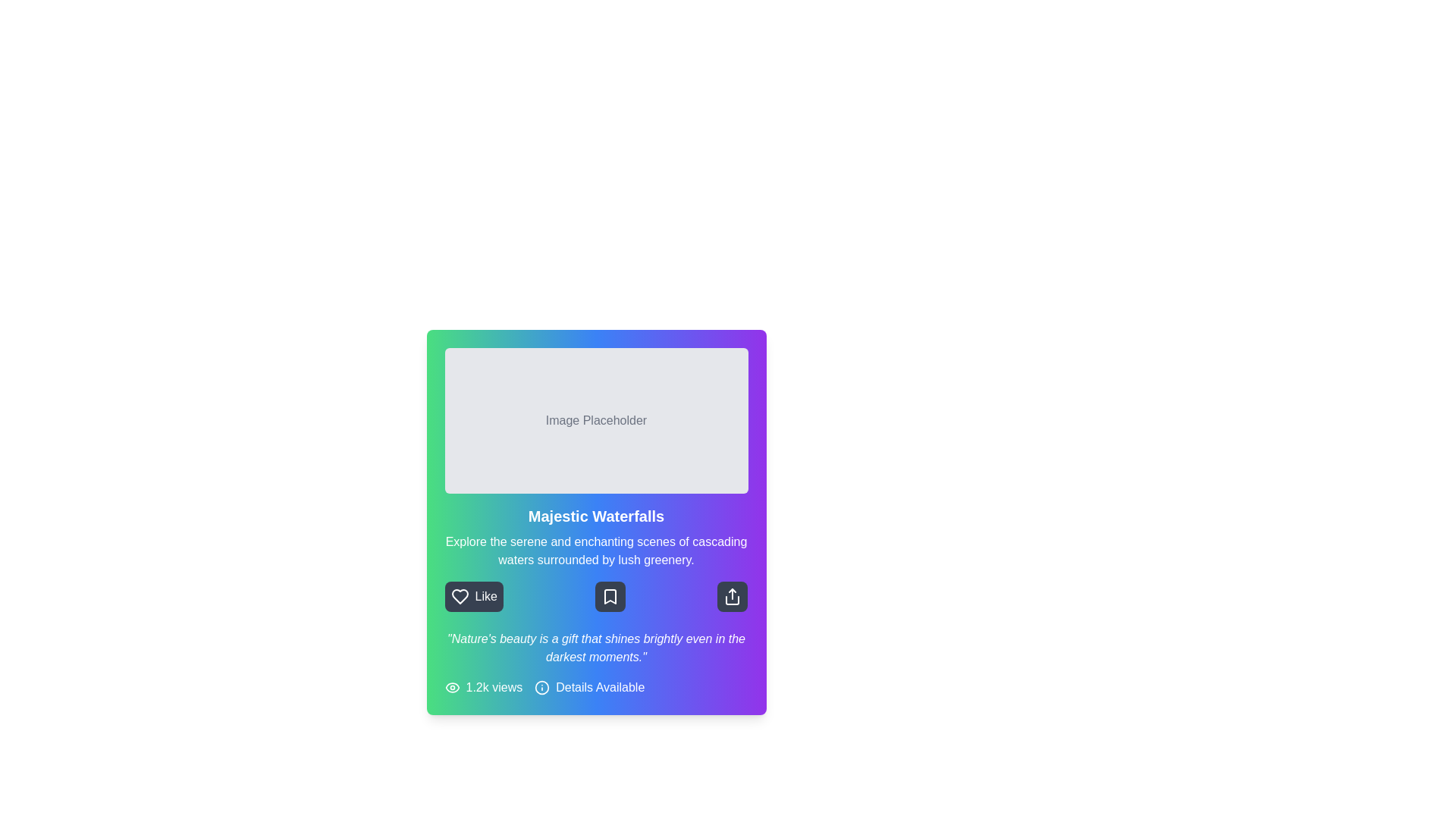 This screenshot has width=1456, height=819. What do you see at coordinates (595, 687) in the screenshot?
I see `the 'Details Available' icon of the informative text with icons located at the bottom of the card` at bounding box center [595, 687].